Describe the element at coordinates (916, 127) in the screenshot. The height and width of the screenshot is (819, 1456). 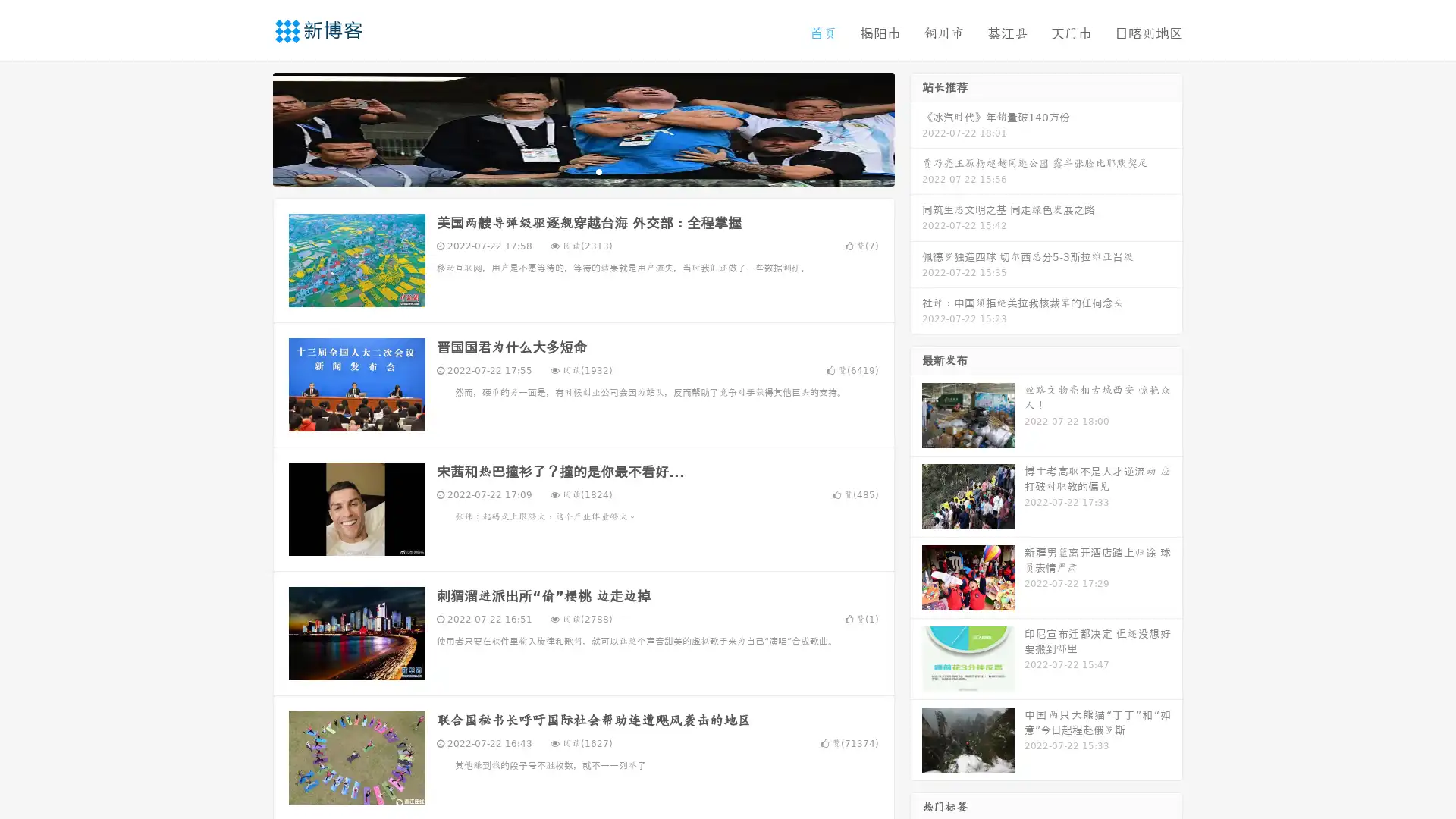
I see `Next slide` at that location.